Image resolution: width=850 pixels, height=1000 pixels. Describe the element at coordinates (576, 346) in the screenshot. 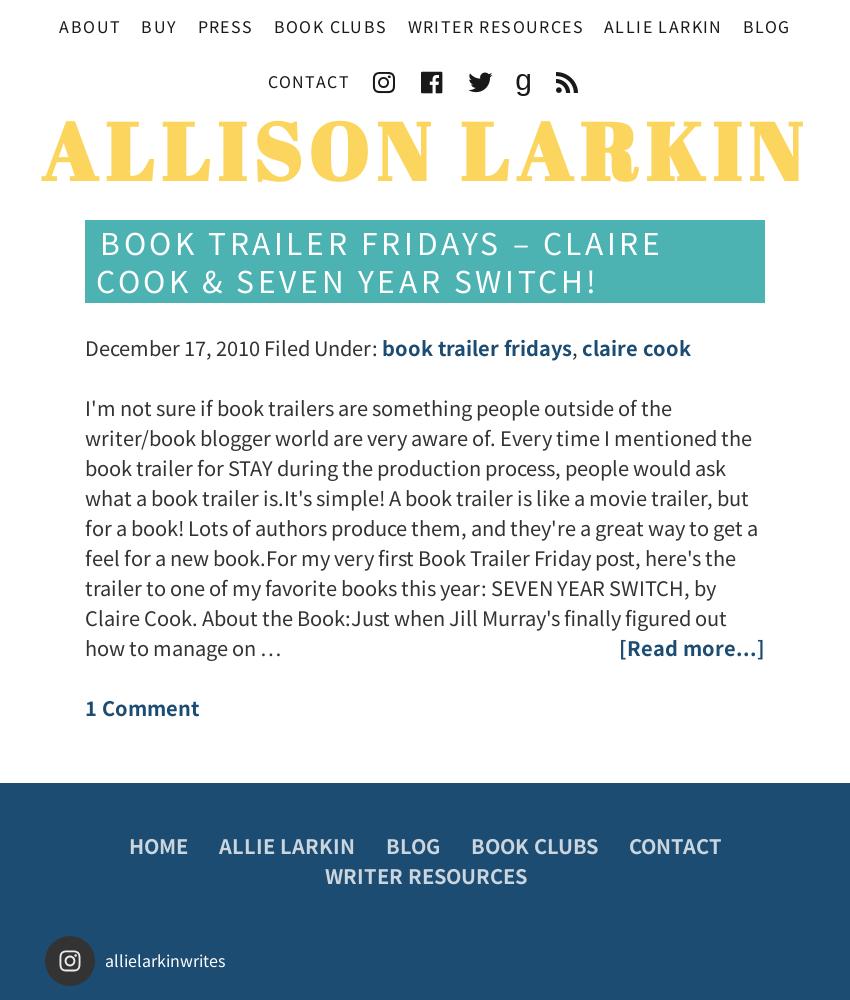

I see `','` at that location.